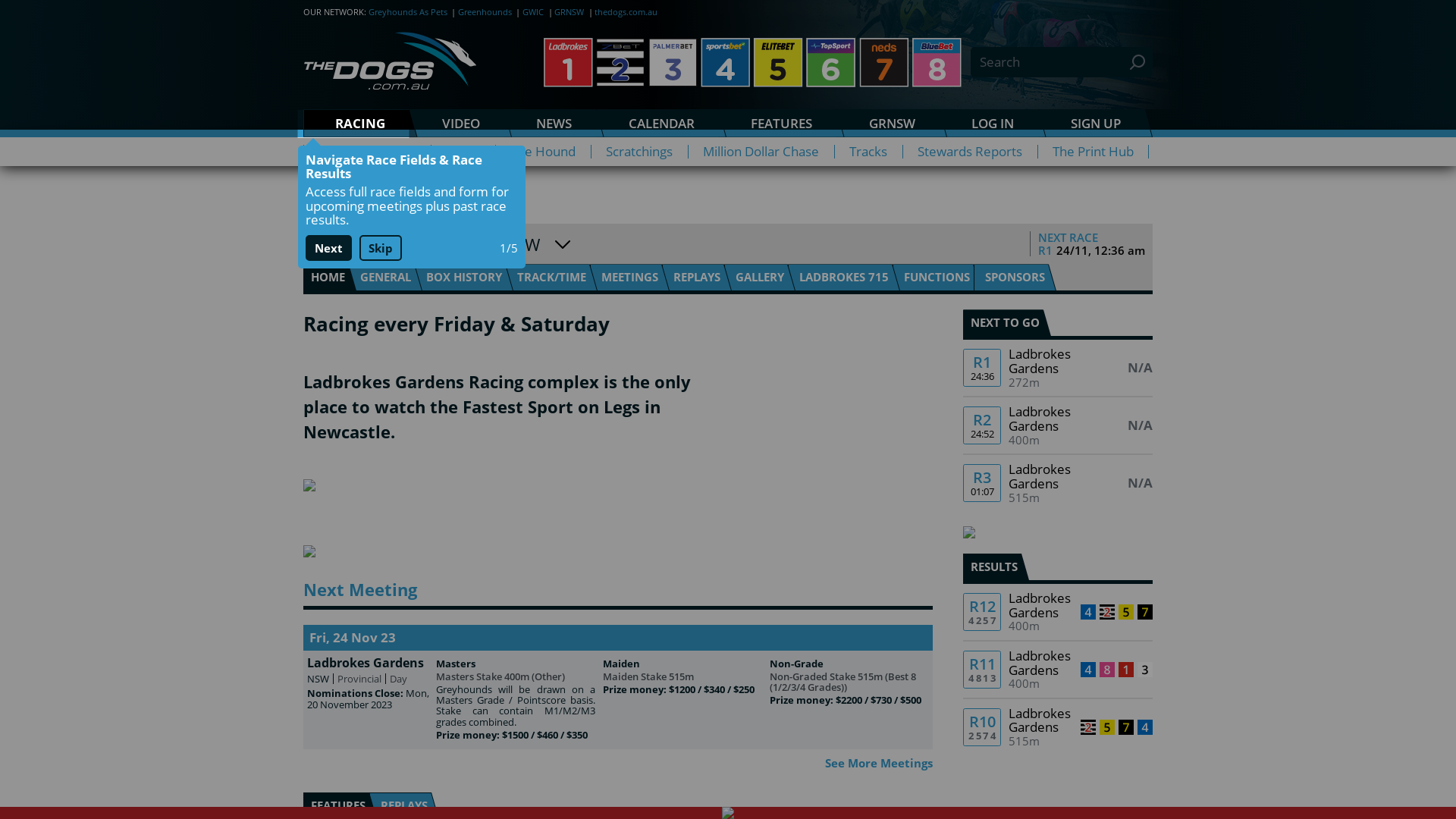 The height and width of the screenshot is (819, 1456). Describe the element at coordinates (1096, 122) in the screenshot. I see `'SIGN UP'` at that location.